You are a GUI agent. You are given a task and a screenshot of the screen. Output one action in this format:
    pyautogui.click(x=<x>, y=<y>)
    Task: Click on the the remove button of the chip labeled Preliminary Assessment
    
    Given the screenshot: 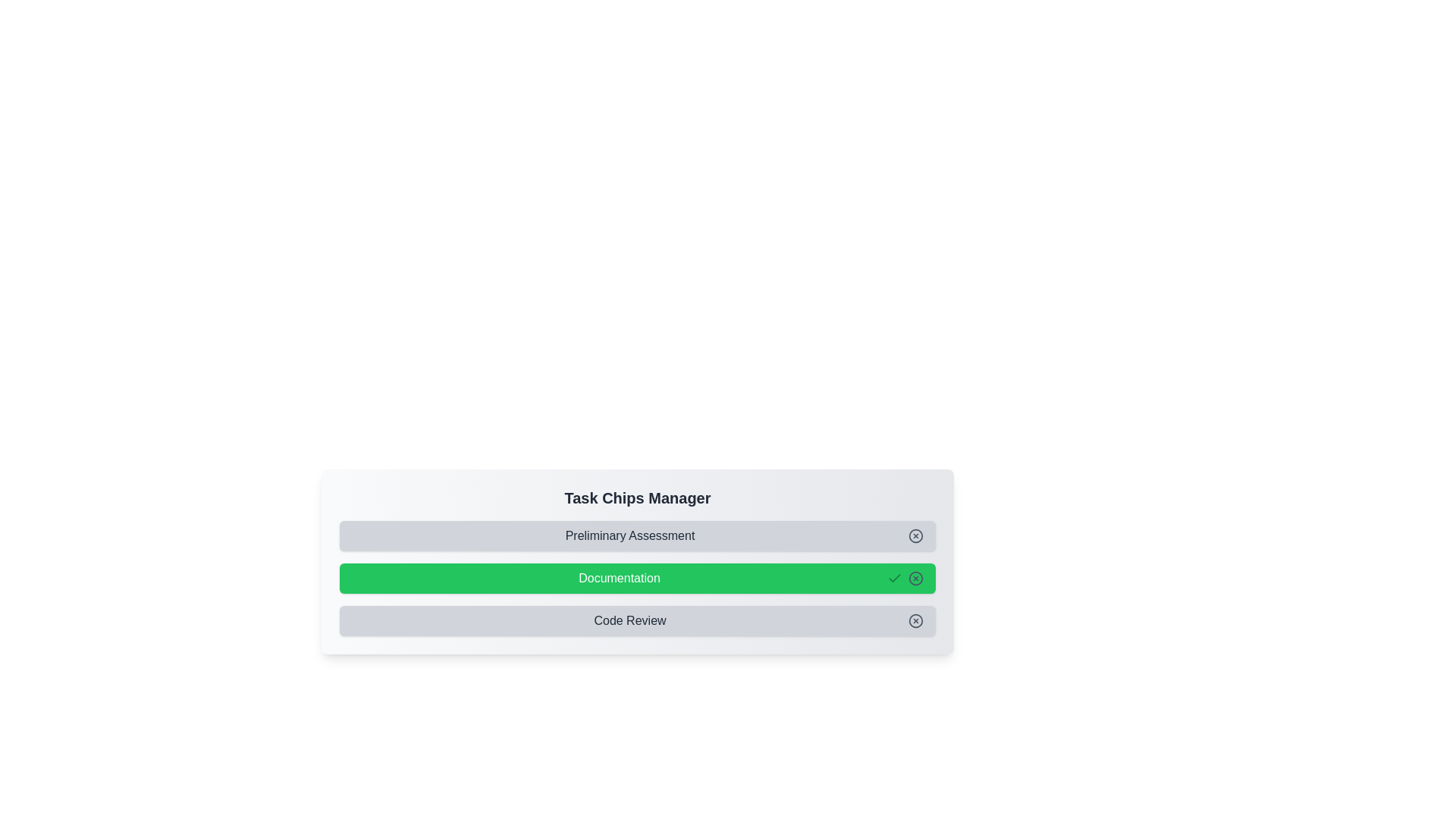 What is the action you would take?
    pyautogui.click(x=915, y=535)
    